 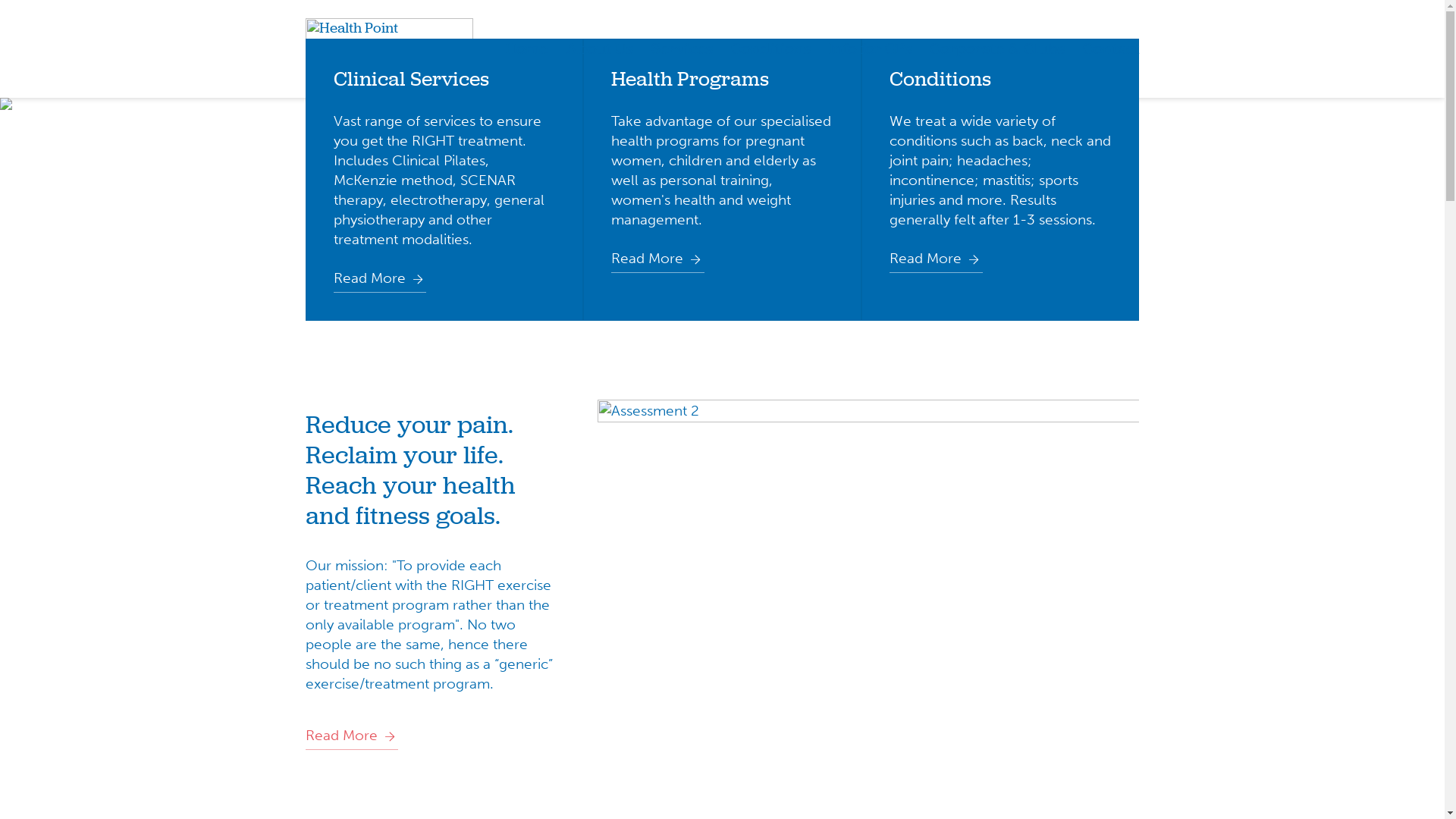 I want to click on 'About Us', so click(x=598, y=48).